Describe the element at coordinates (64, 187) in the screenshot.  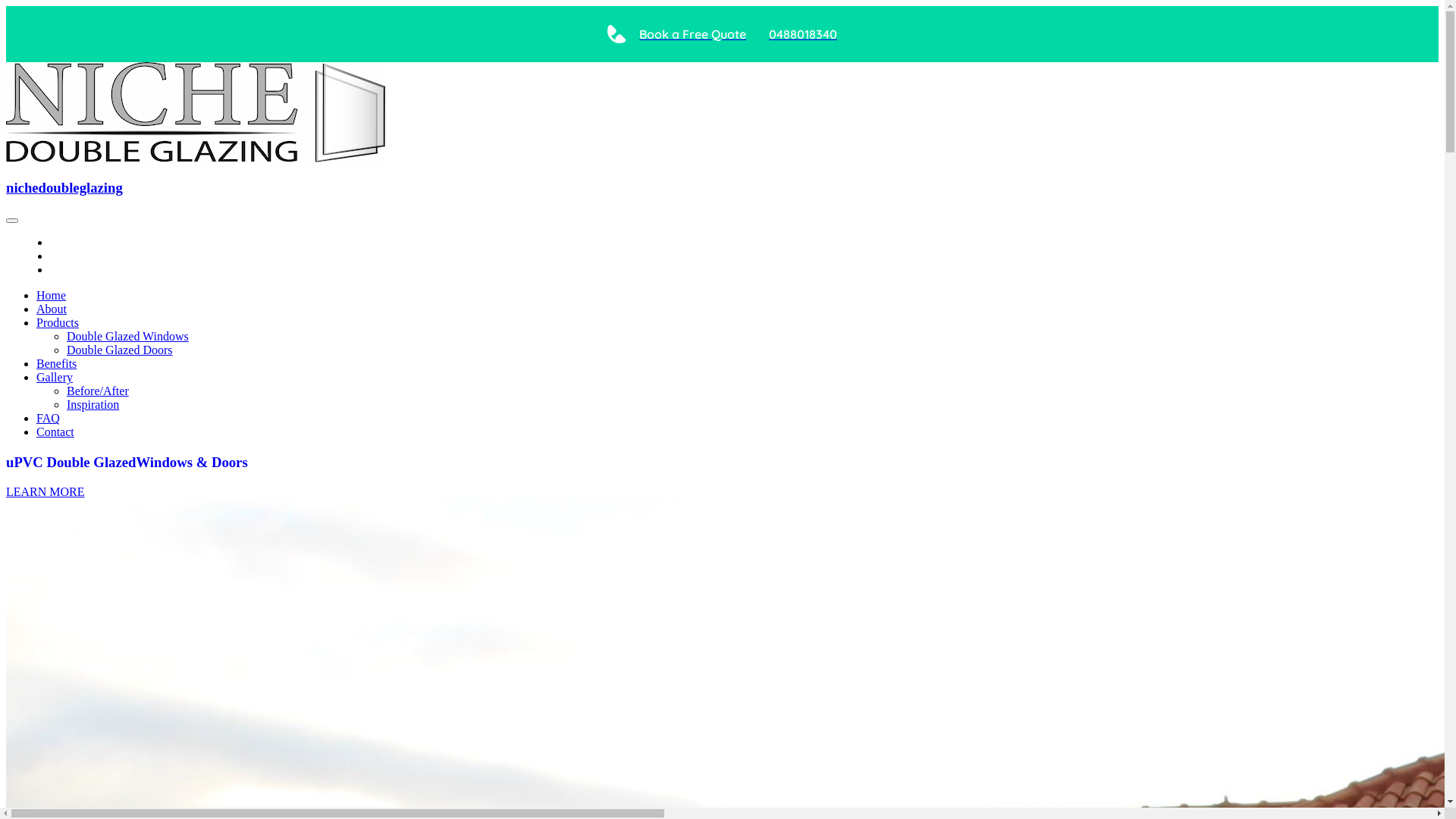
I see `'nichedoubleglazing'` at that location.